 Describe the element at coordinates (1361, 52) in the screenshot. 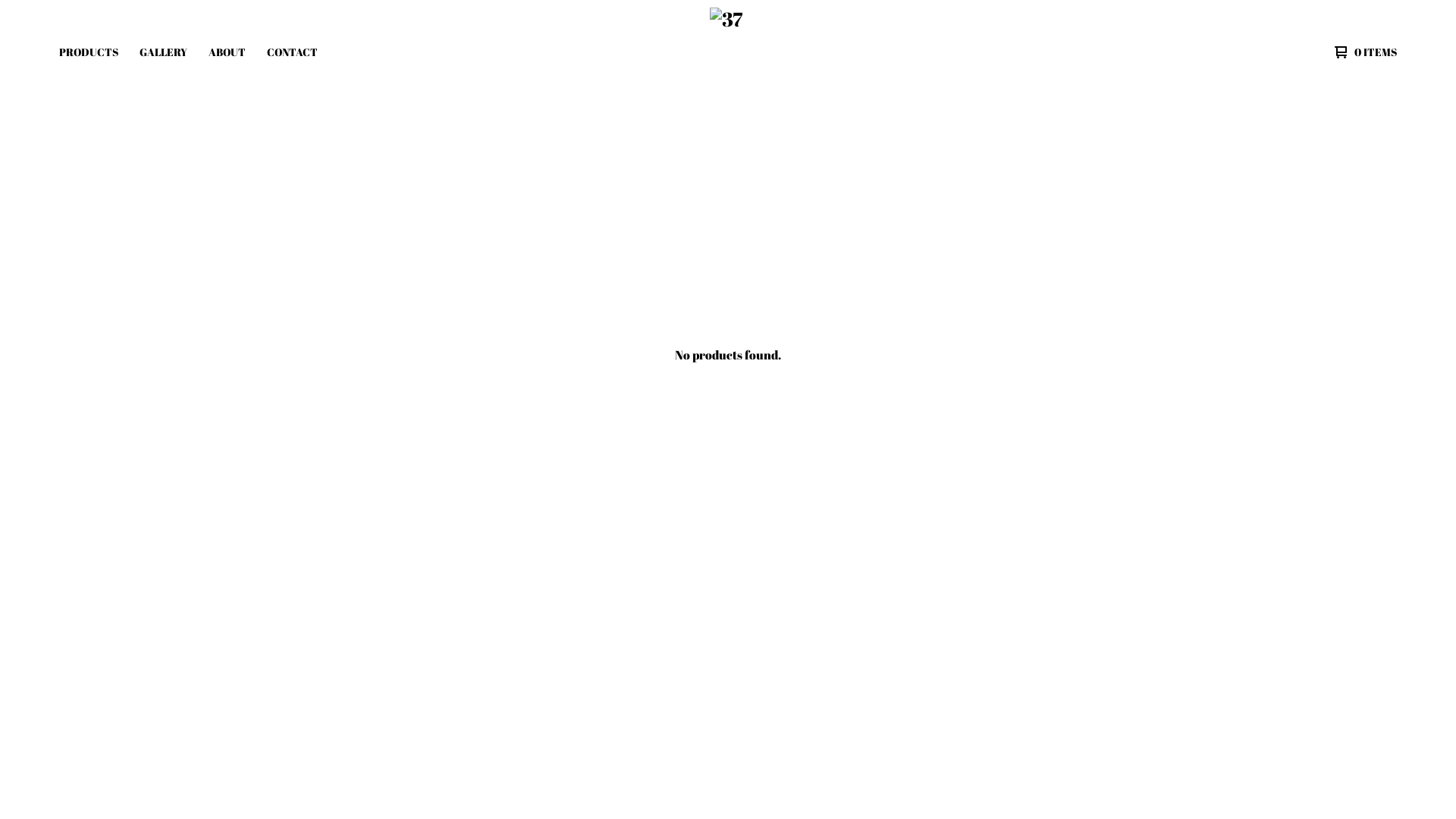

I see `'0 ITEMS'` at that location.